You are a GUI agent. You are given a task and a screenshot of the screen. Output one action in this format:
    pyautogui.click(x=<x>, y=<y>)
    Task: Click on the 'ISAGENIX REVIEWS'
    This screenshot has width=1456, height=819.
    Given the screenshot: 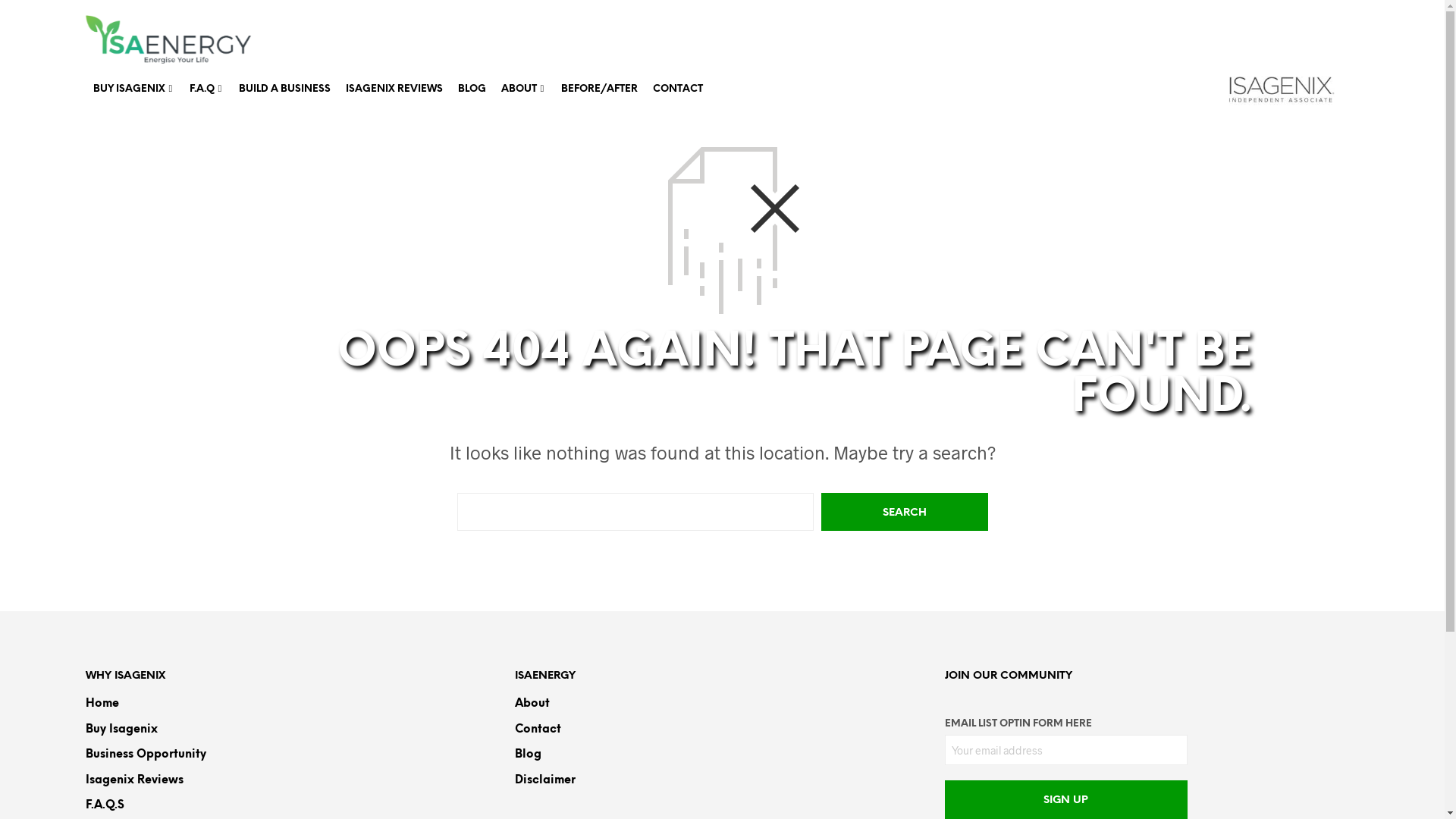 What is the action you would take?
    pyautogui.click(x=394, y=89)
    